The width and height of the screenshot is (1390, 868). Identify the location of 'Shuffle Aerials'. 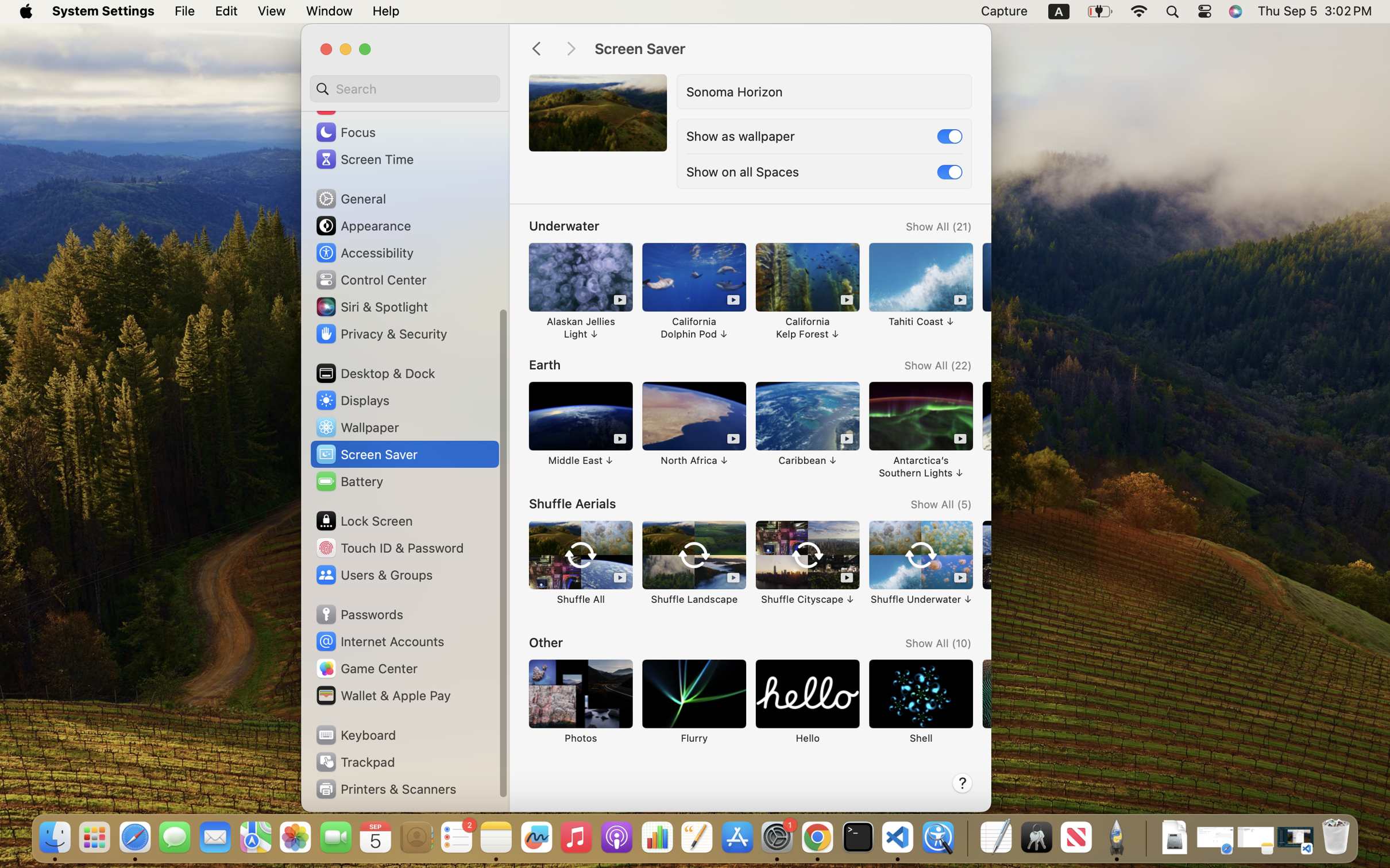
(572, 503).